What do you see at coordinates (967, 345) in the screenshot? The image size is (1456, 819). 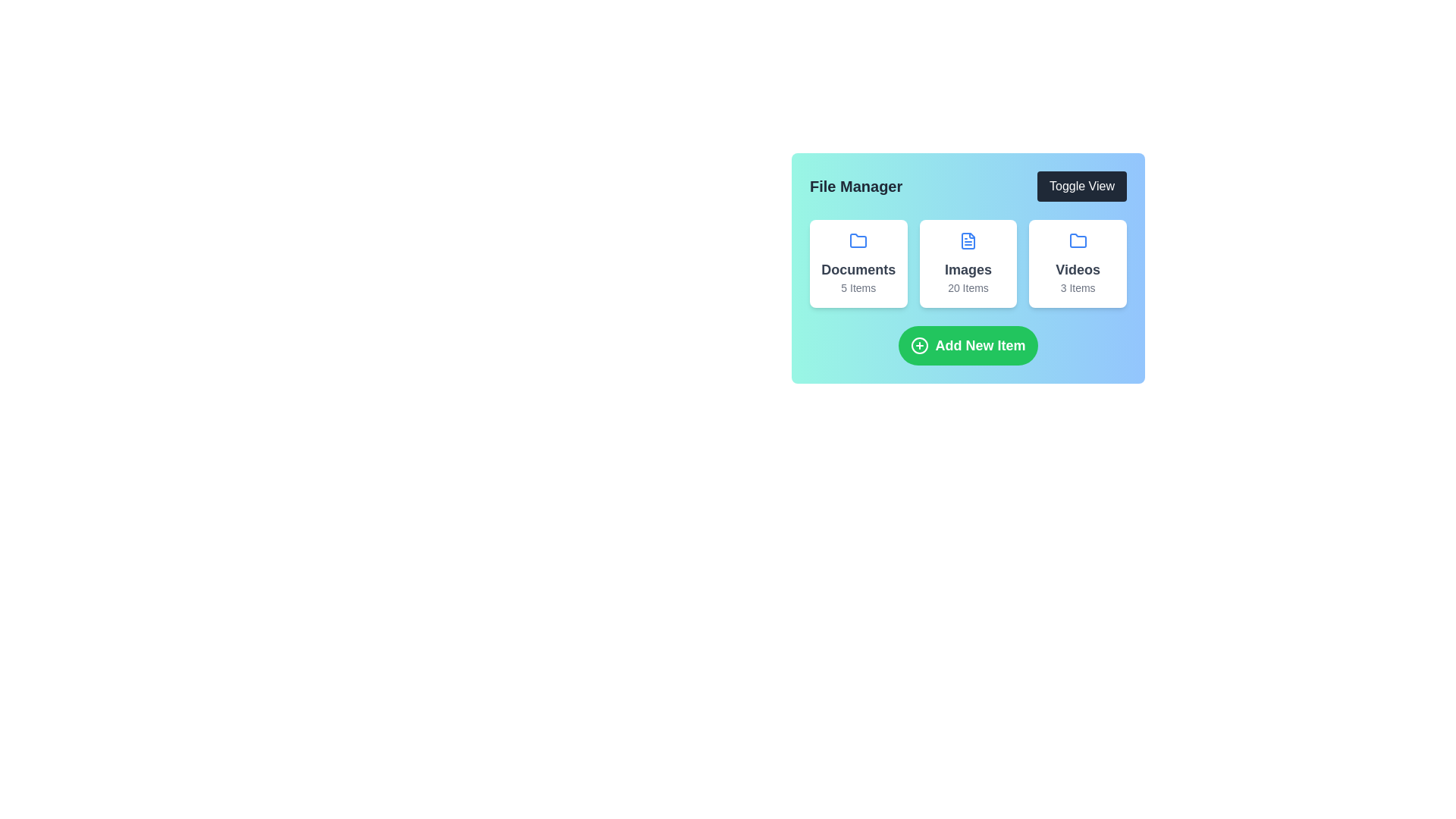 I see `the 'Add New Item' button with a bright green background and white bold text located beneath the grid layout in the 'File Manager' section` at bounding box center [967, 345].